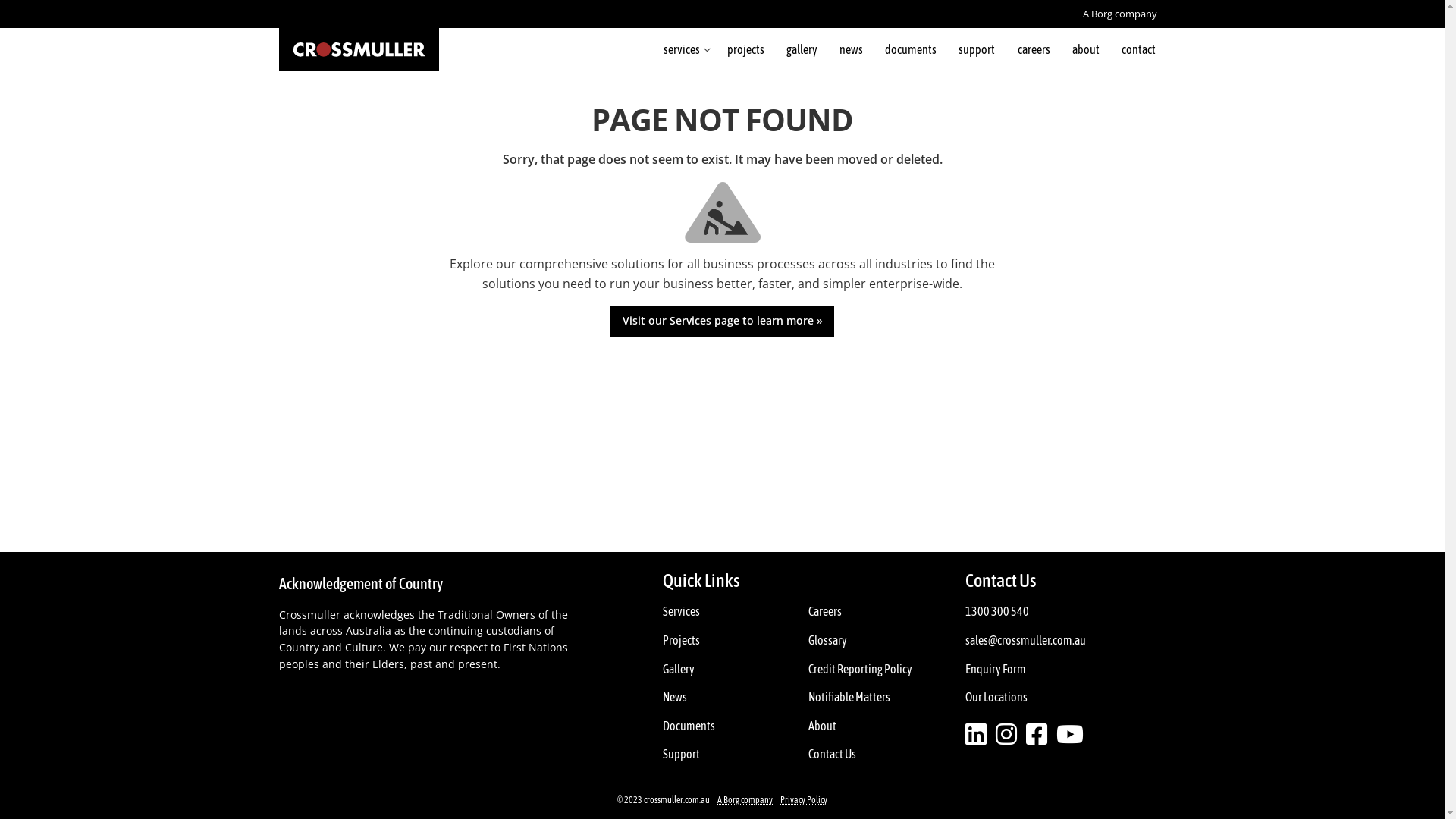 This screenshot has height=819, width=1456. What do you see at coordinates (1138, 49) in the screenshot?
I see `'contact'` at bounding box center [1138, 49].